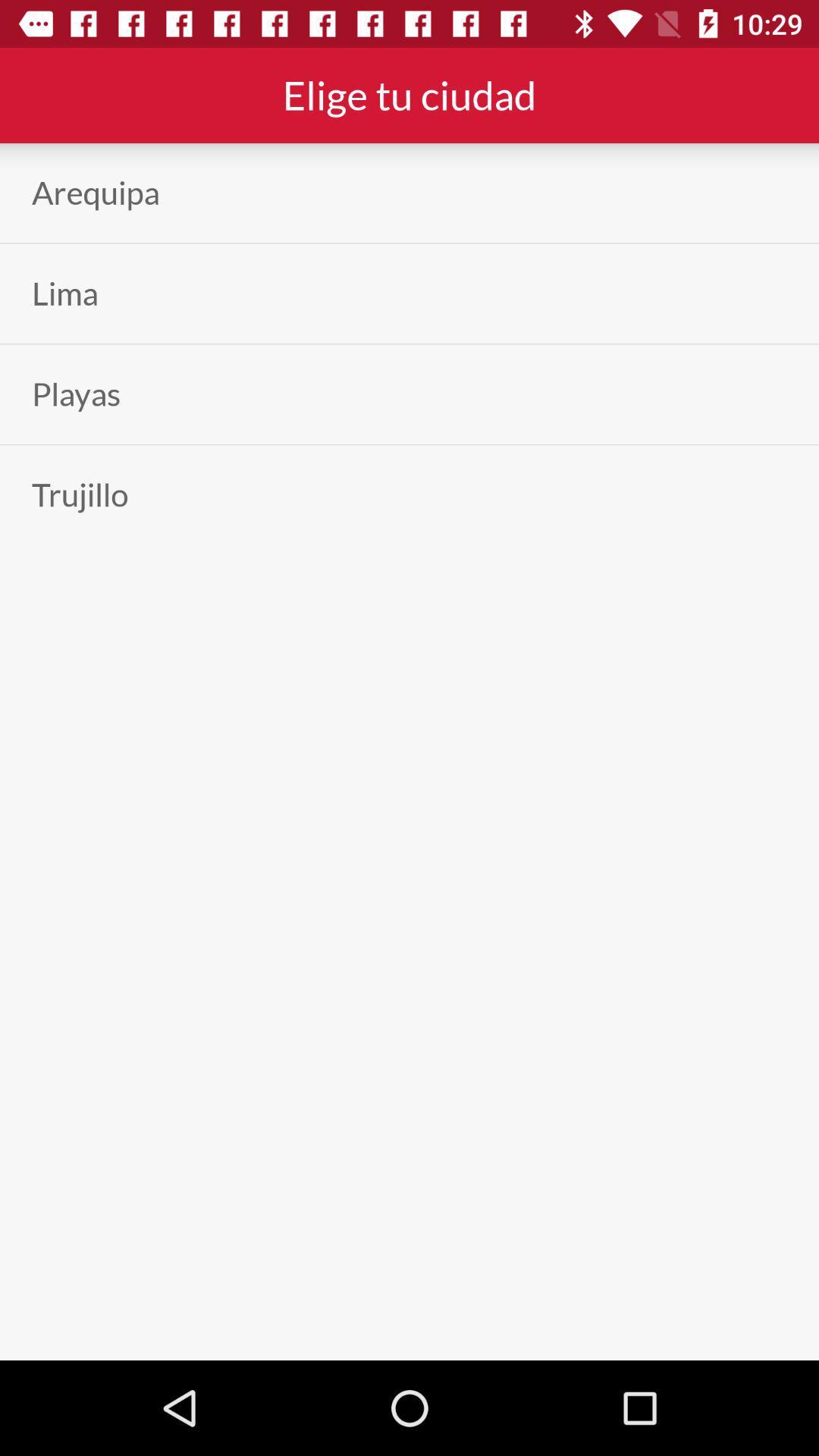  Describe the element at coordinates (80, 494) in the screenshot. I see `the icon below playas icon` at that location.